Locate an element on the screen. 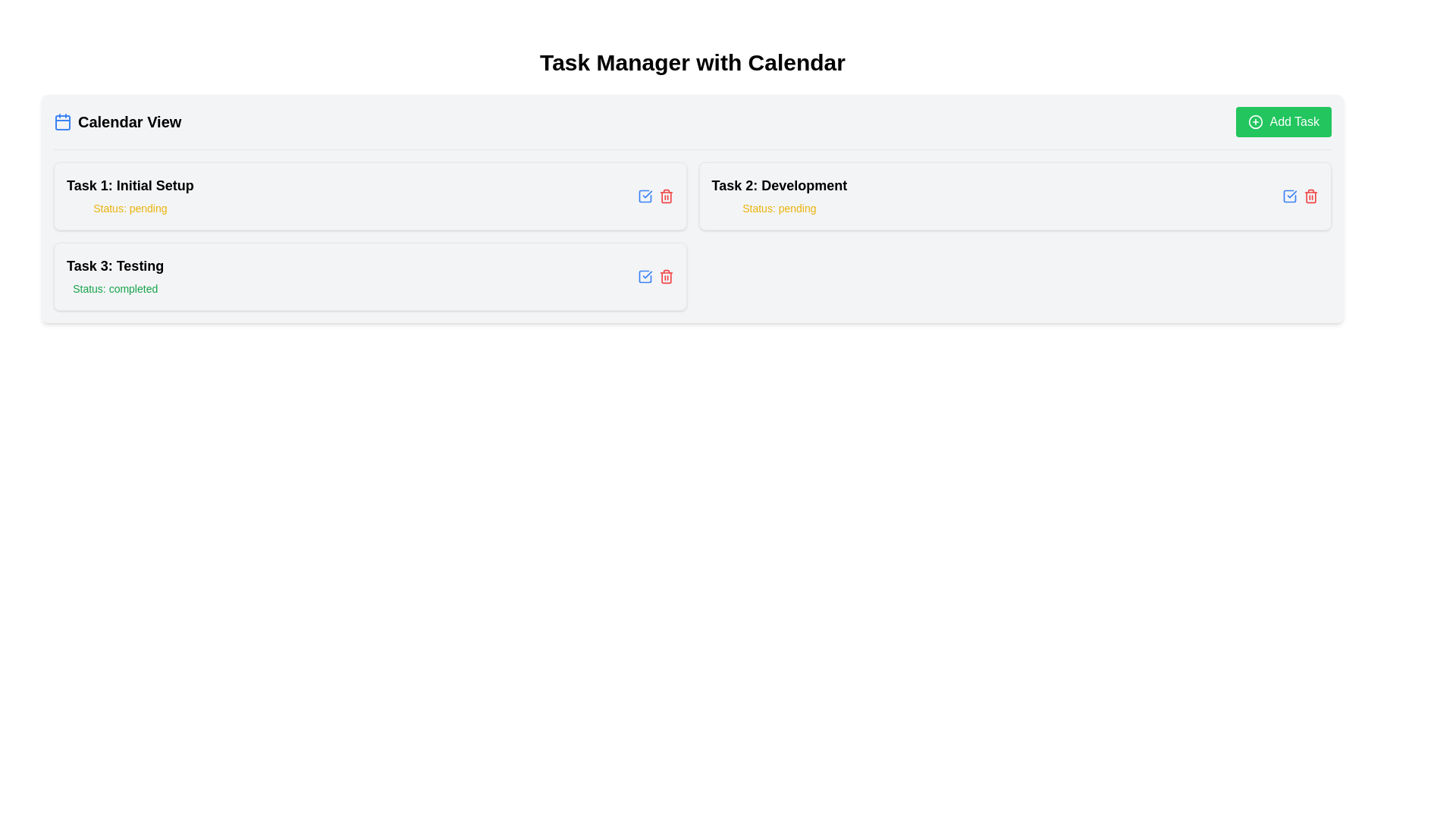 The width and height of the screenshot is (1456, 819). the blue checkmark button located to the left of the red trash icon is located at coordinates (1288, 195).